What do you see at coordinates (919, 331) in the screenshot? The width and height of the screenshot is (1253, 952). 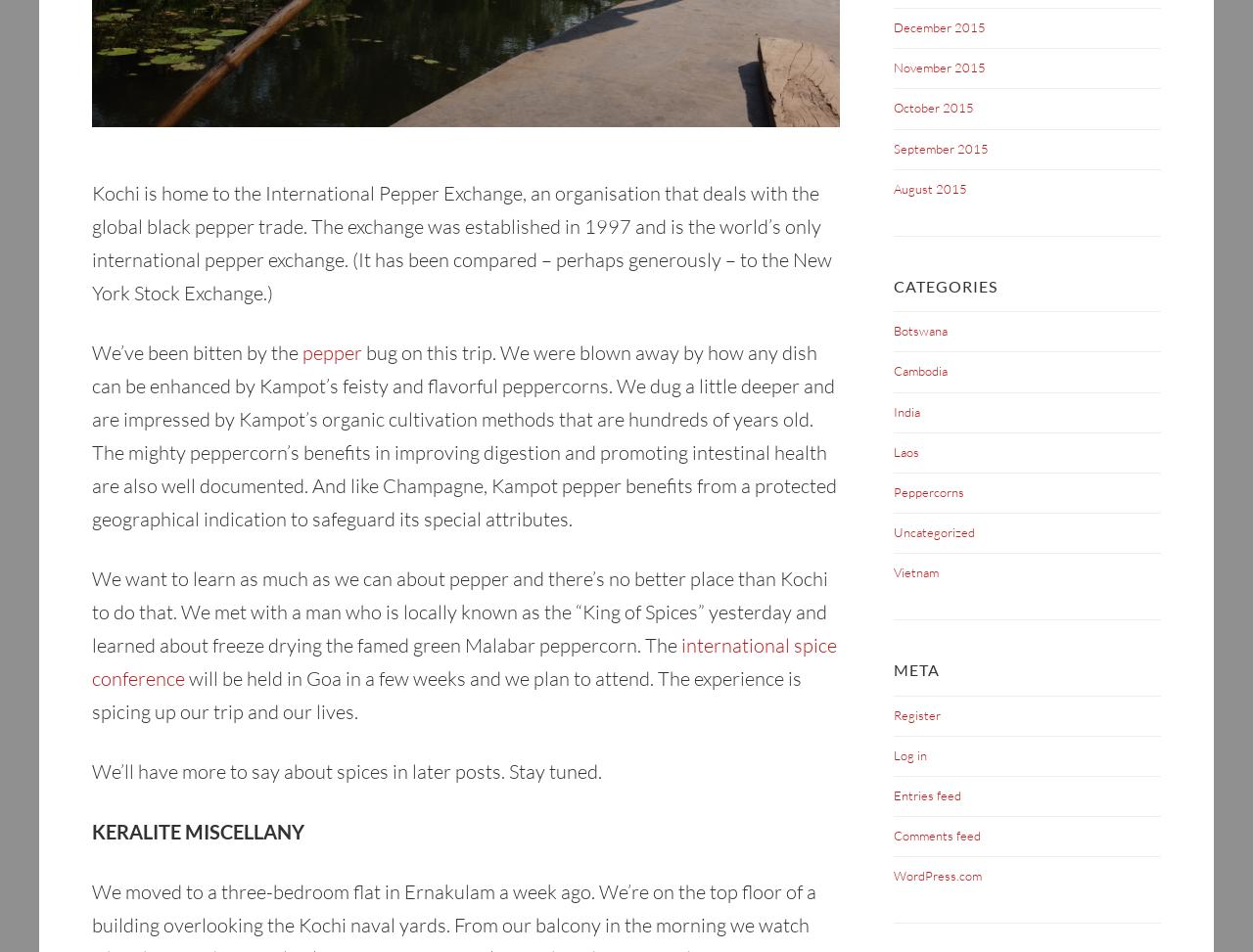 I see `'Botswana'` at bounding box center [919, 331].